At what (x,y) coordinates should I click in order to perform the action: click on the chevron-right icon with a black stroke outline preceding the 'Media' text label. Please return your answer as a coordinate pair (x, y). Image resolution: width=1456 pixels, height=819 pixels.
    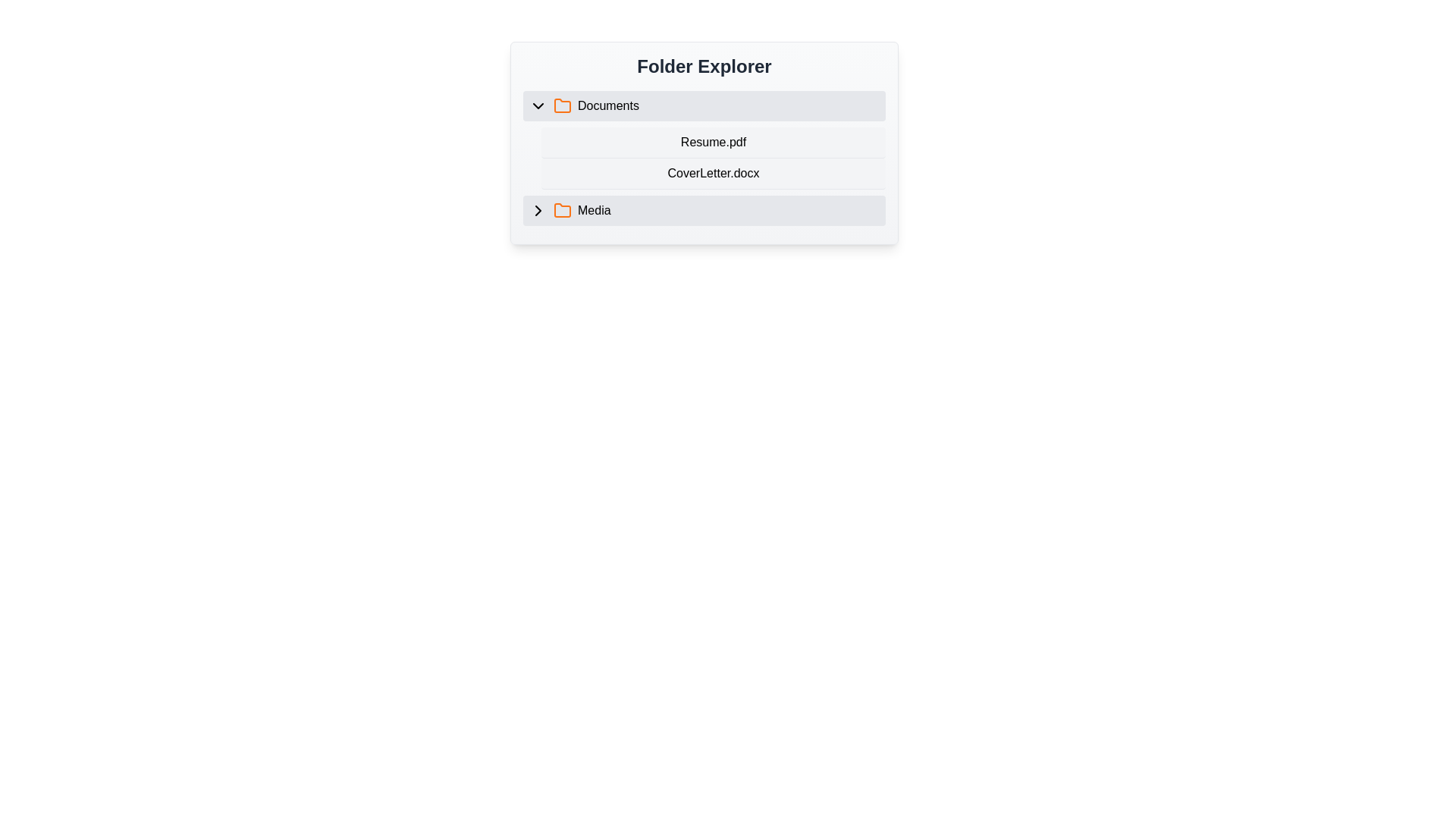
    Looking at the image, I should click on (538, 210).